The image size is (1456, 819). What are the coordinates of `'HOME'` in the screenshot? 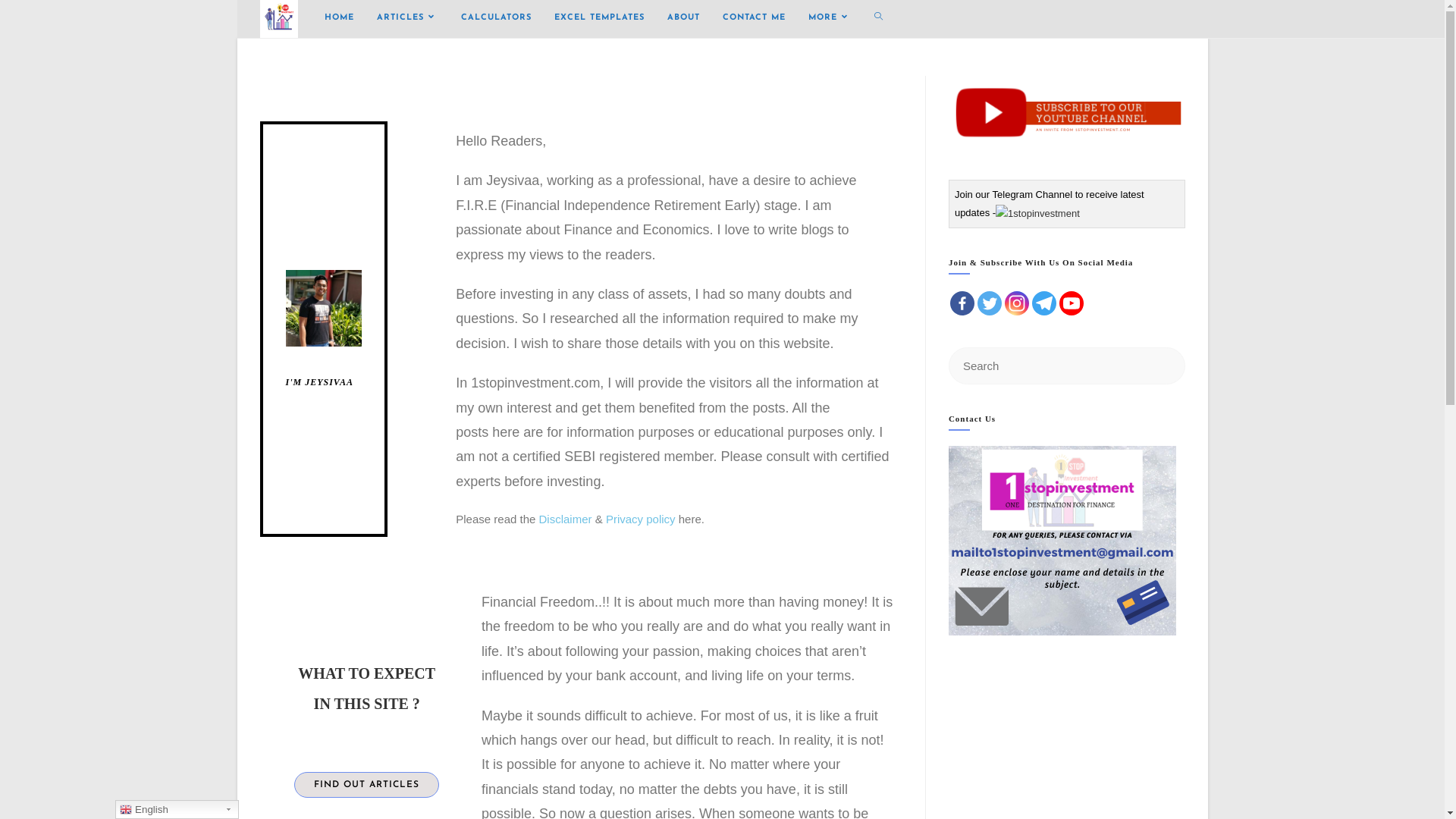 It's located at (337, 17).